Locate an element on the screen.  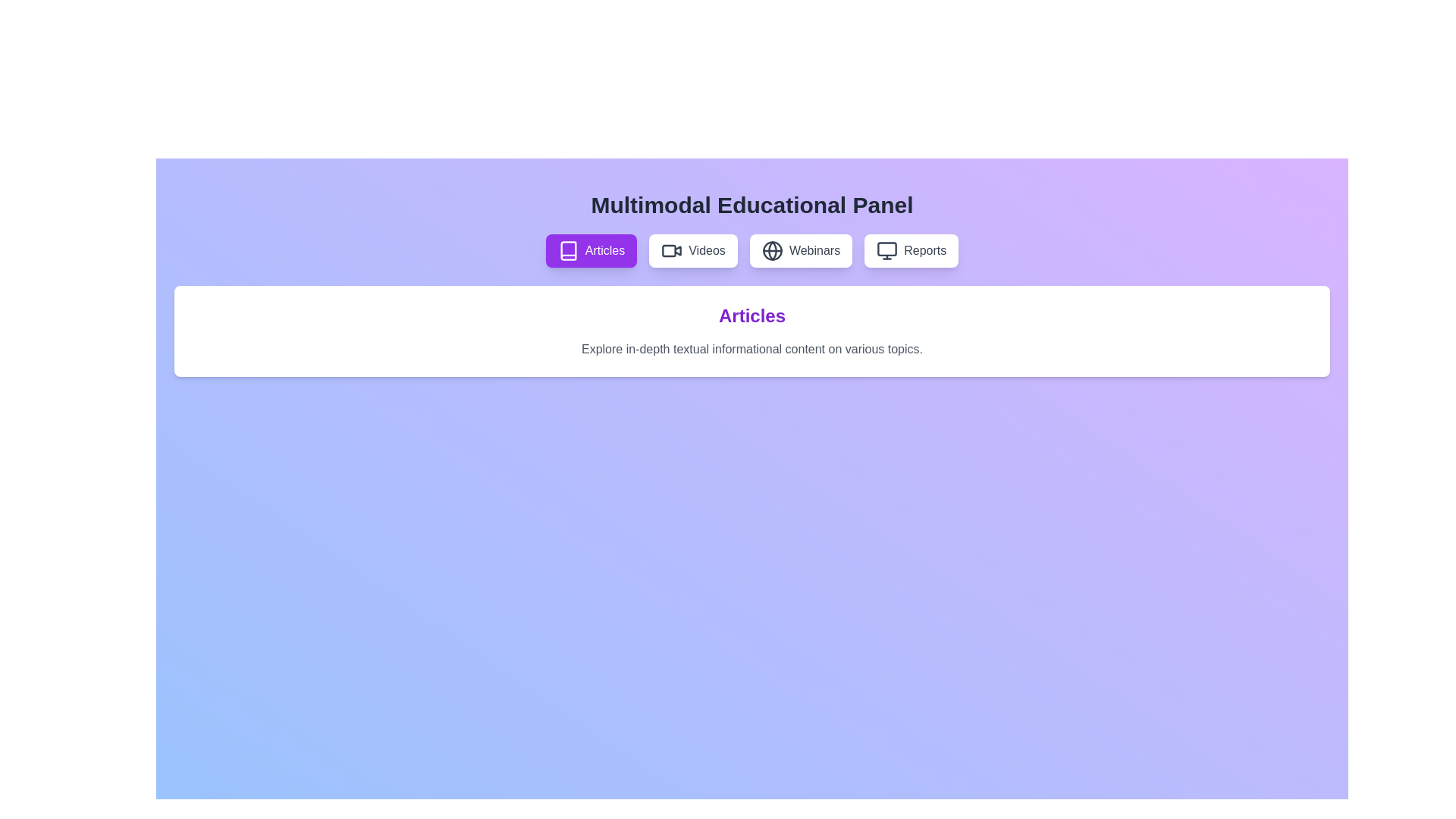
the 'Articles' text label, which is located next to the book icon within the Articles button in the navigation bar at the top-middle of the interface is located at coordinates (604, 250).